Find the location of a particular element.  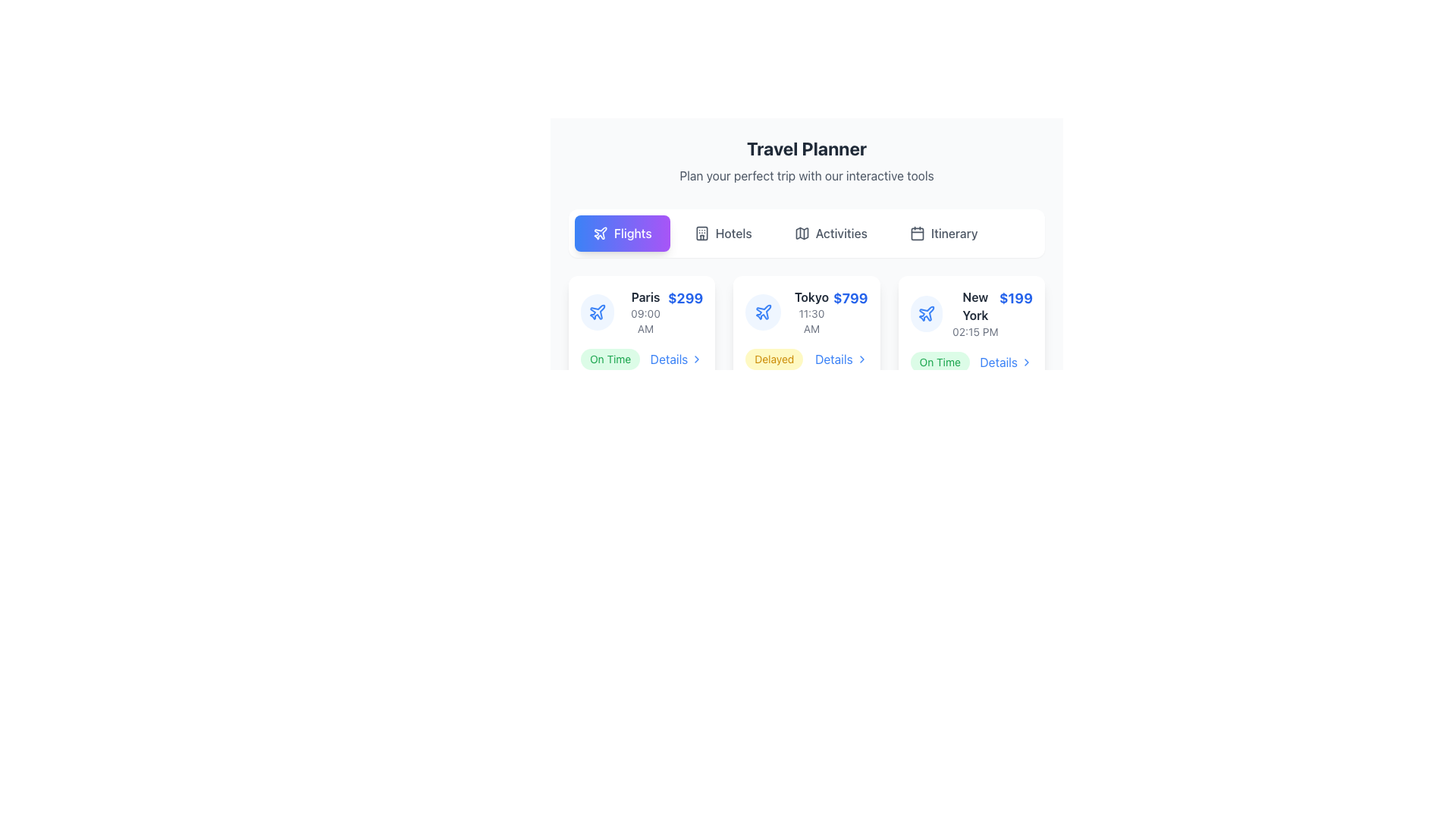

the navigation label located in the upper section of the interface, which is centrally aligned and positioned between 'Hotels' and 'Itinerary' is located at coordinates (840, 234).